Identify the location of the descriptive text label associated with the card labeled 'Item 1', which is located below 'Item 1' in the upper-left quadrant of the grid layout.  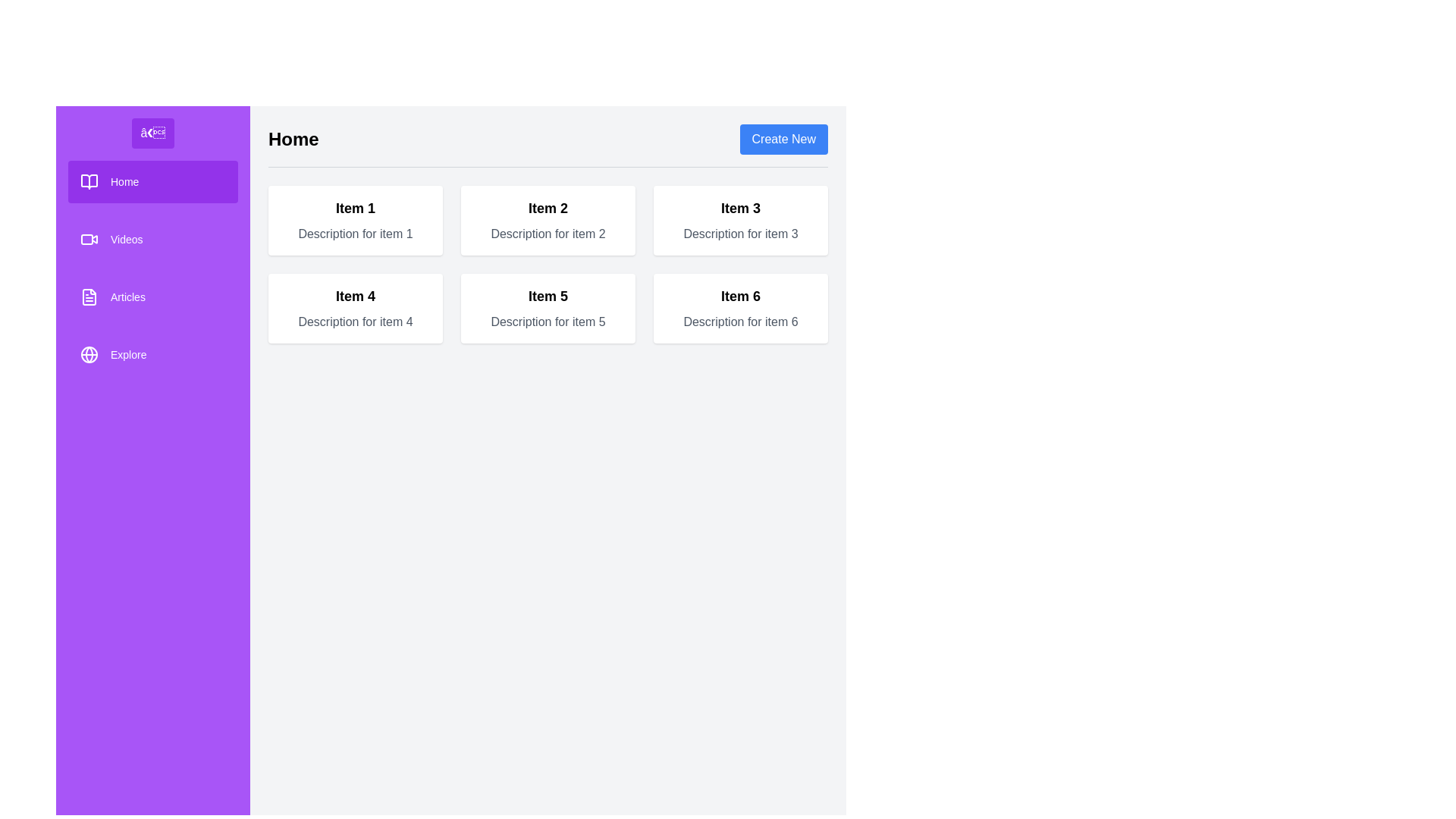
(355, 234).